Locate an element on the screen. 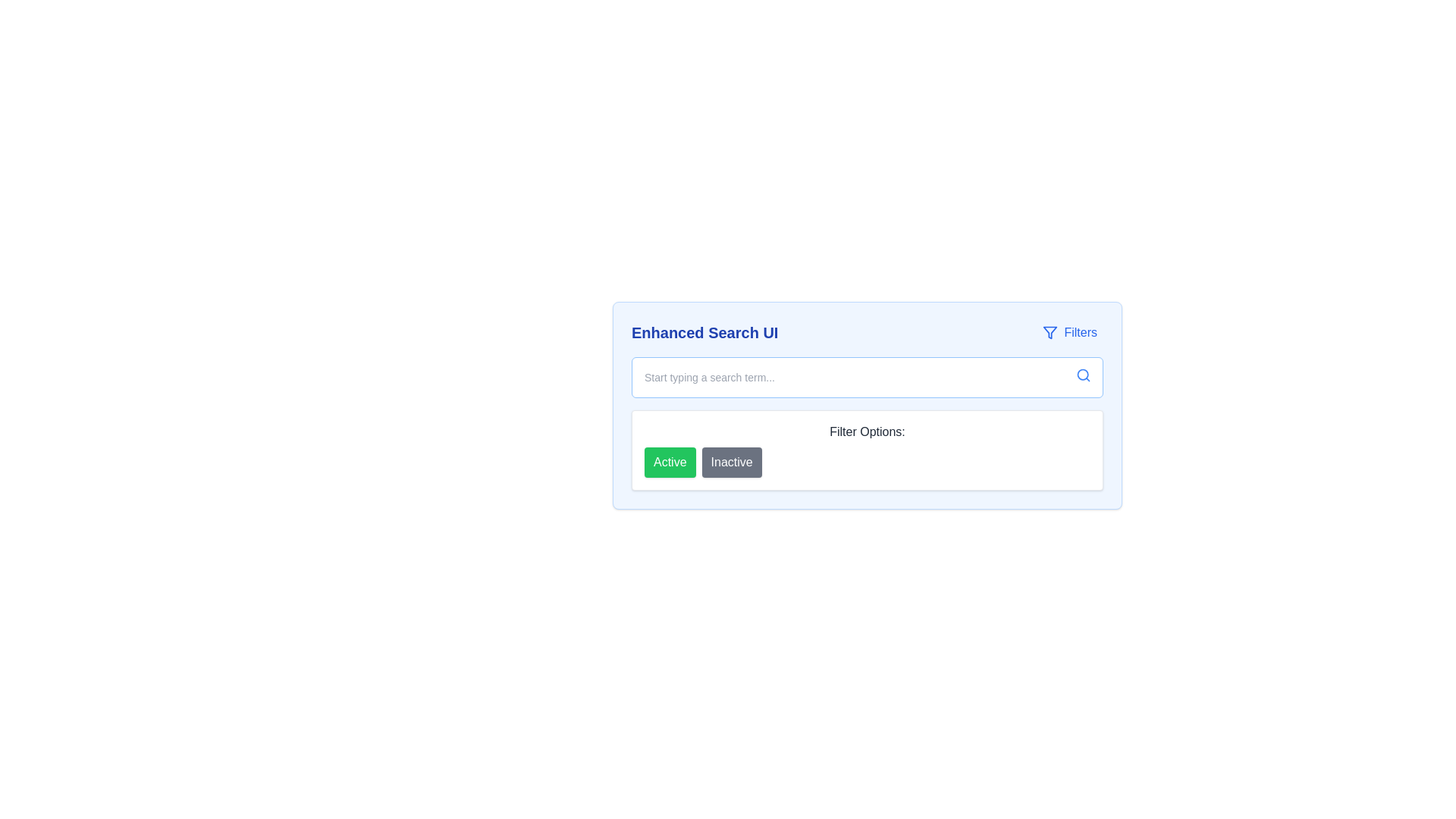  the filter icon located to the right of the 'Filters' button, which visually represents the filter functionality is located at coordinates (1050, 332).